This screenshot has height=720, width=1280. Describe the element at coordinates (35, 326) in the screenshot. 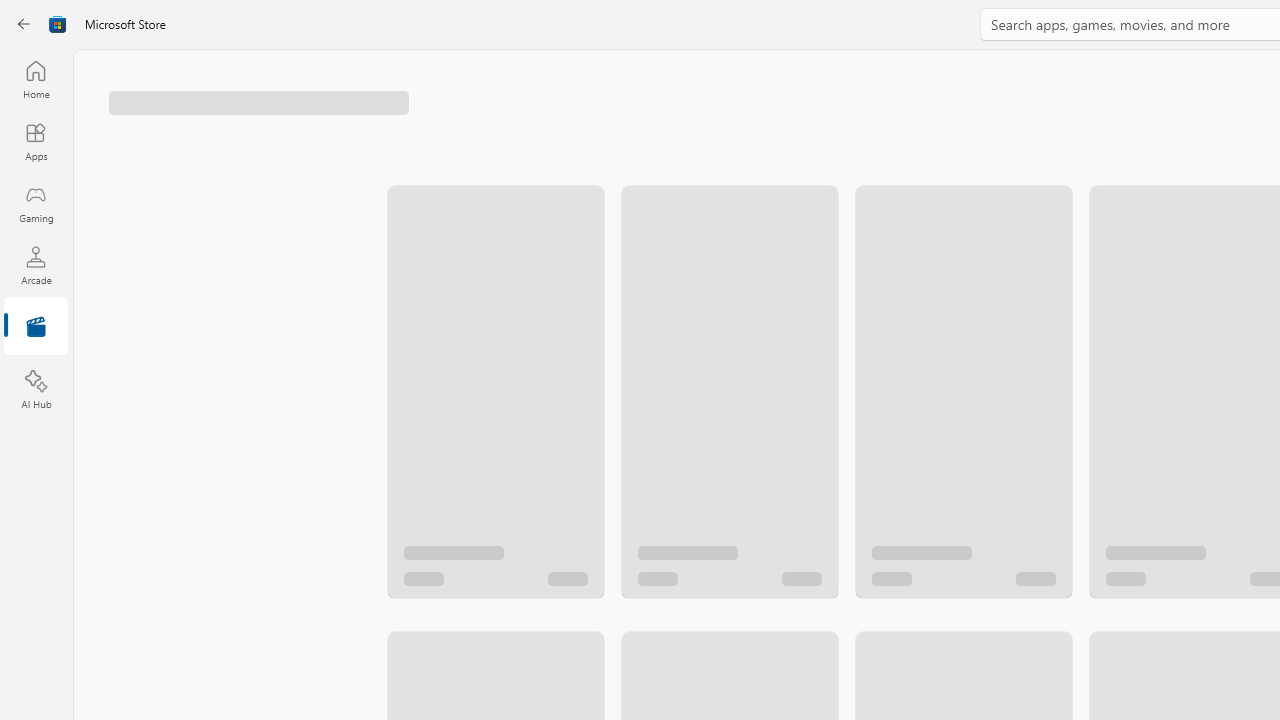

I see `'Entertainment'` at that location.